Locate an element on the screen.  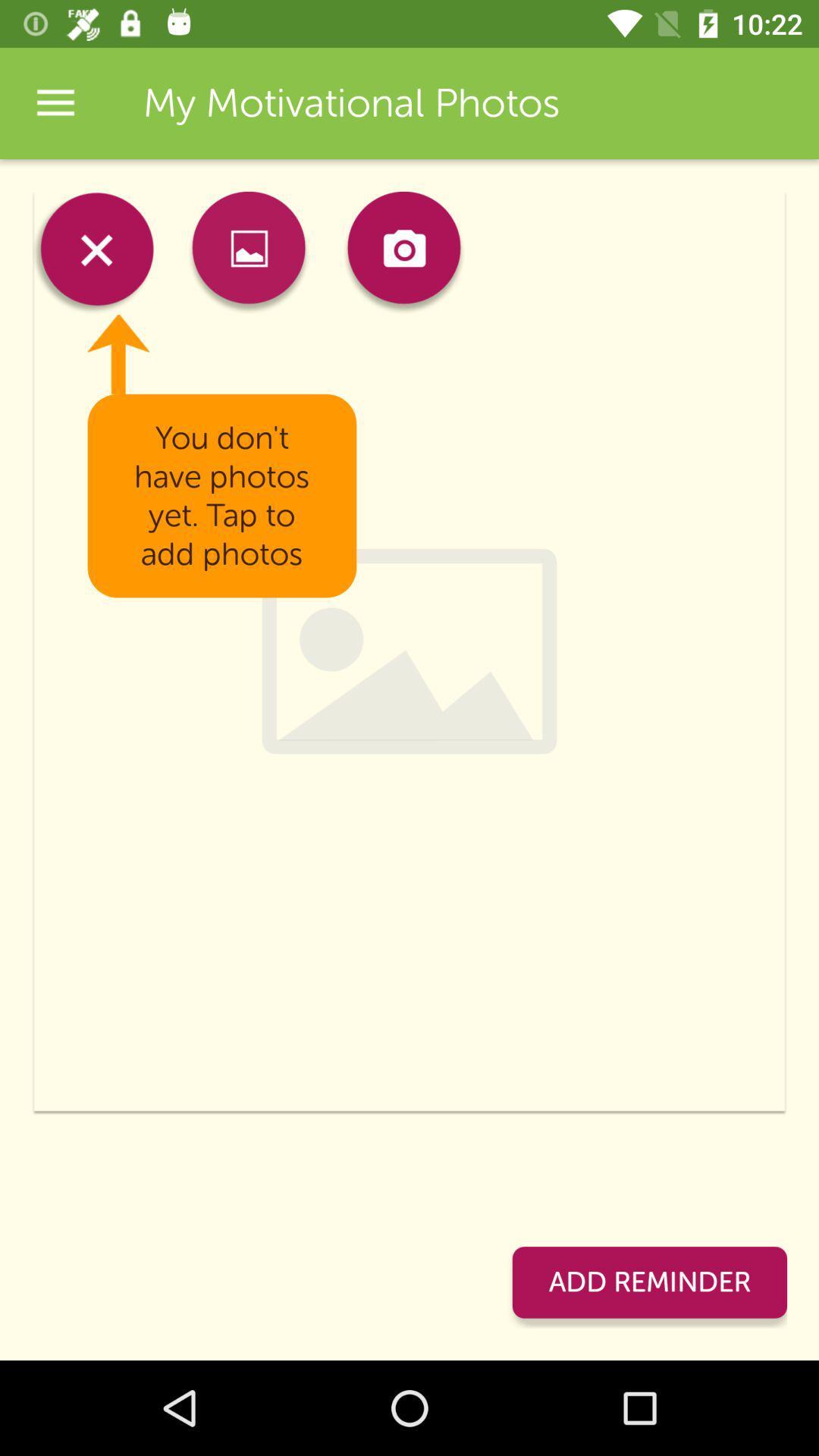
the add reminder icon is located at coordinates (648, 1282).